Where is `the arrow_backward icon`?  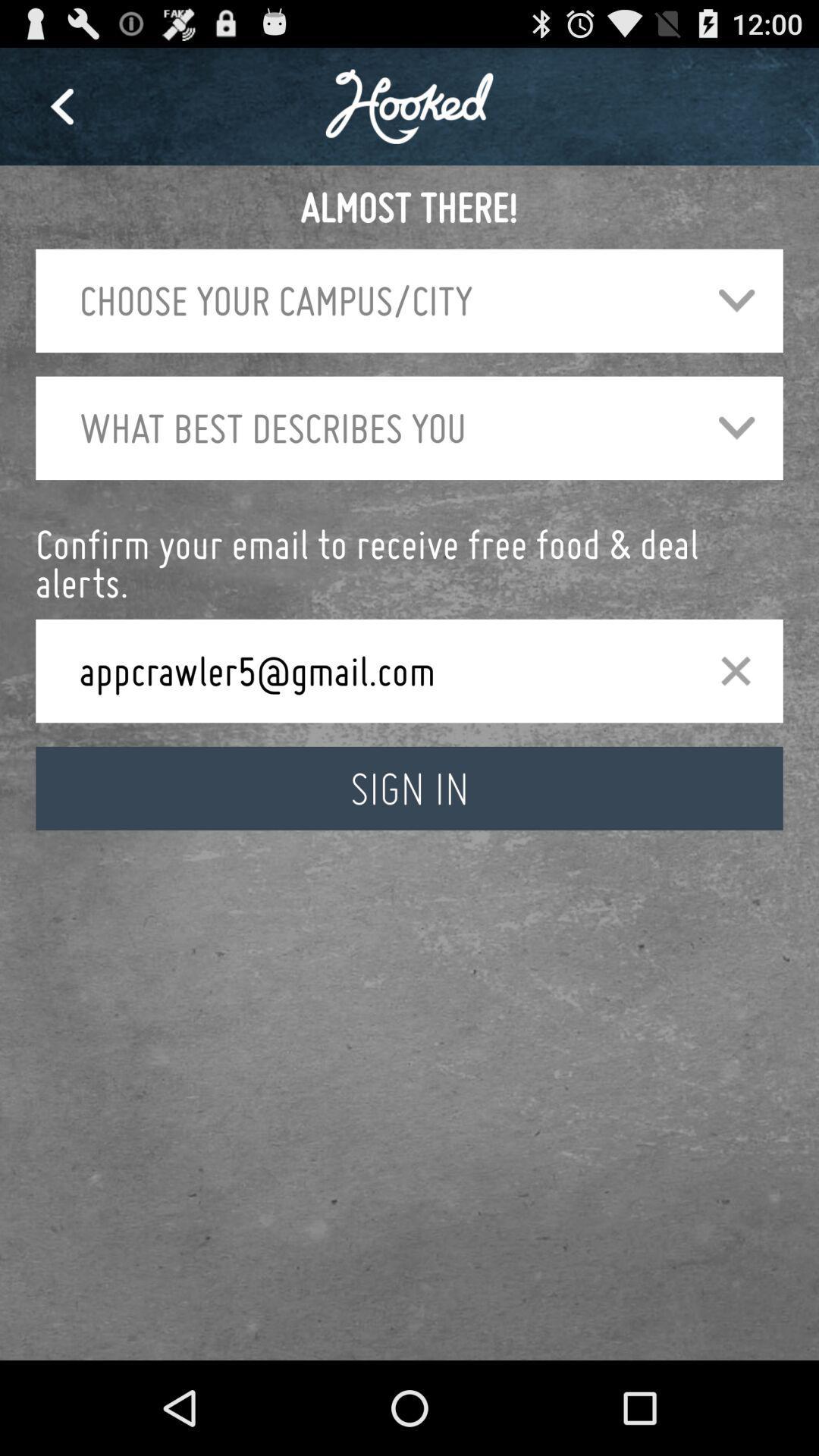
the arrow_backward icon is located at coordinates (61, 113).